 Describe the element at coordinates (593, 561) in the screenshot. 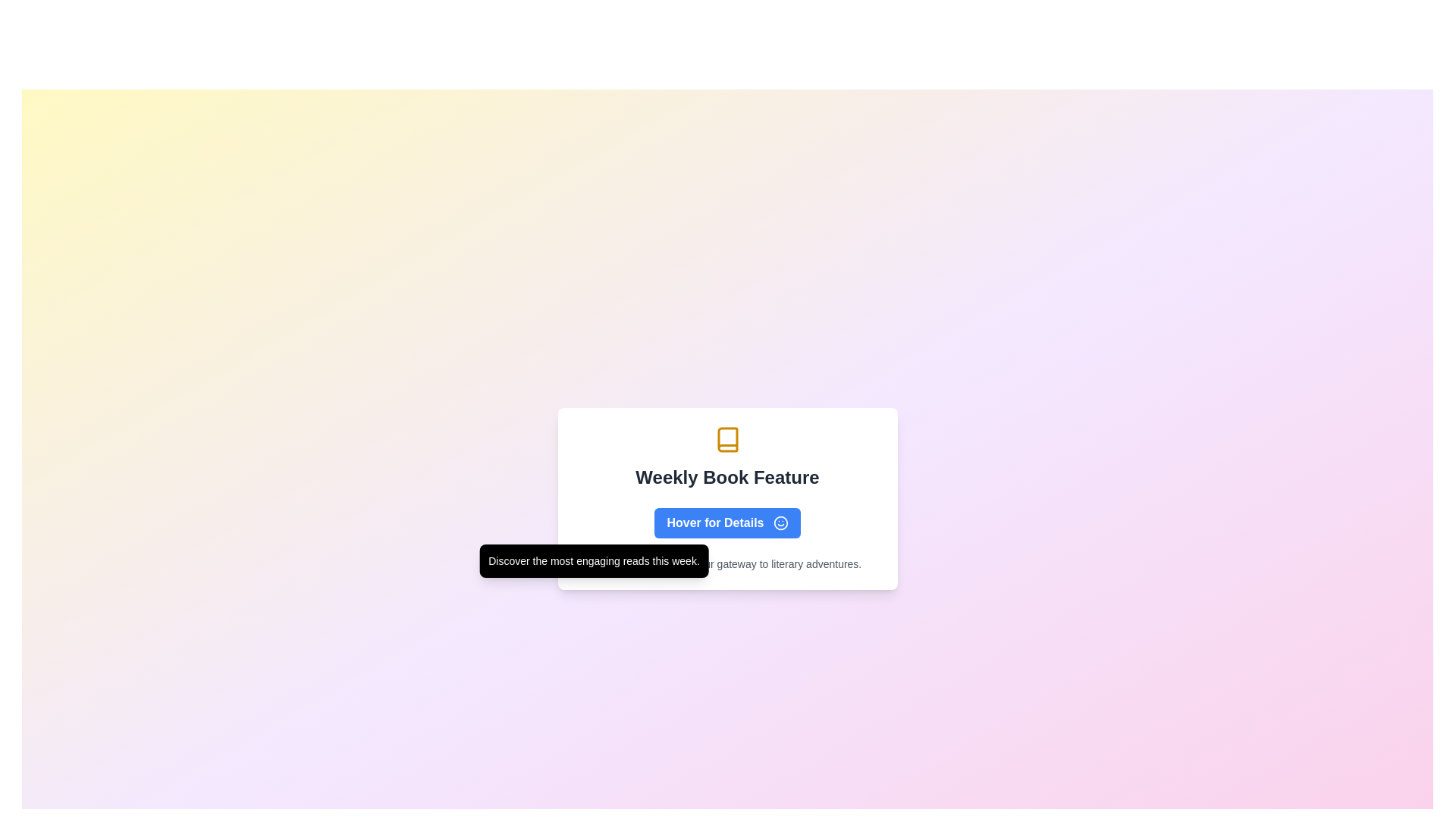

I see `the text label that reads 'Discover the most engaging reads this week.' which is styled in white text on a black rectangular background with rounded corners, located near the bottom of the floating card` at that location.